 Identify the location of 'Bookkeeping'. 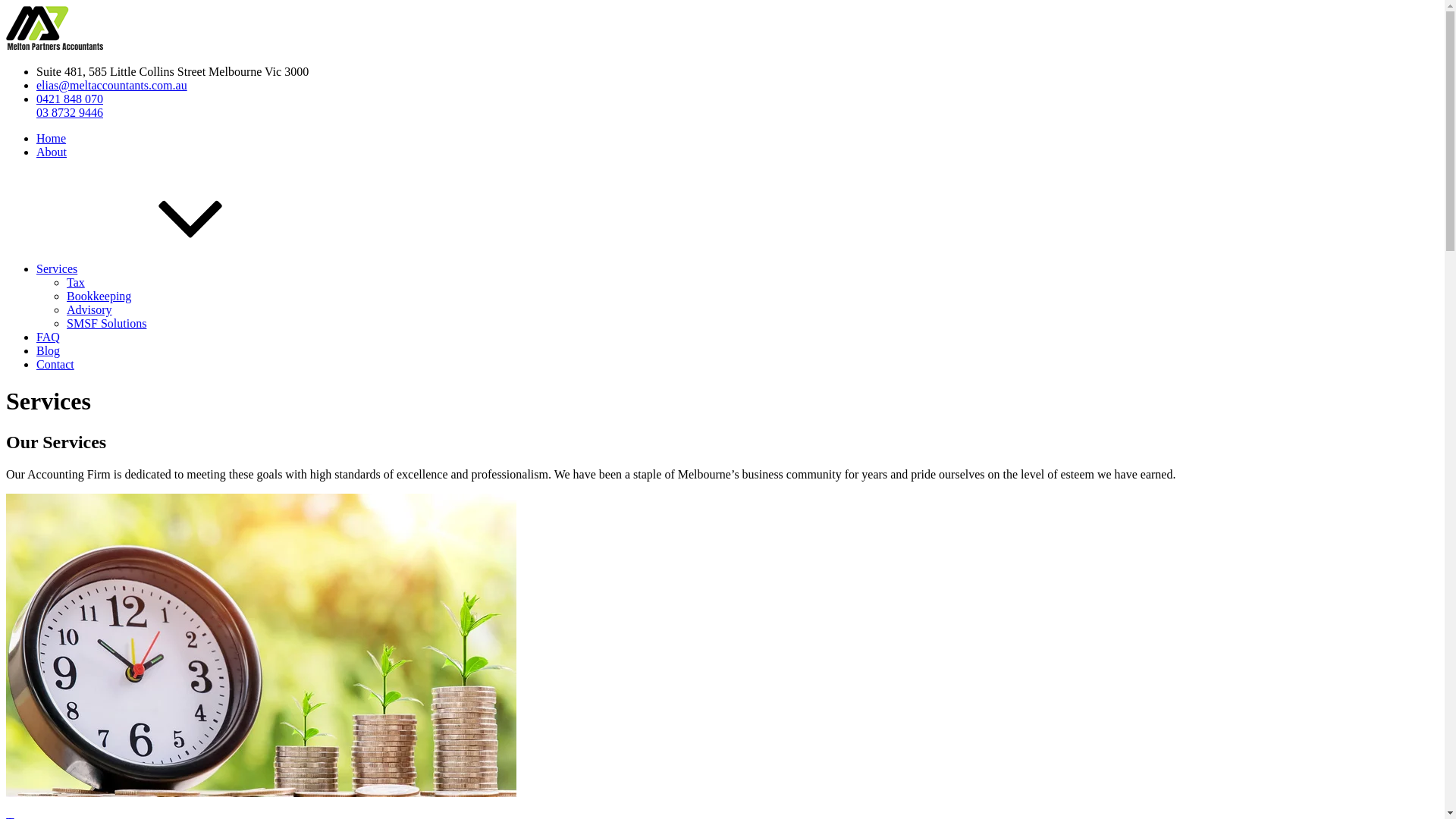
(98, 296).